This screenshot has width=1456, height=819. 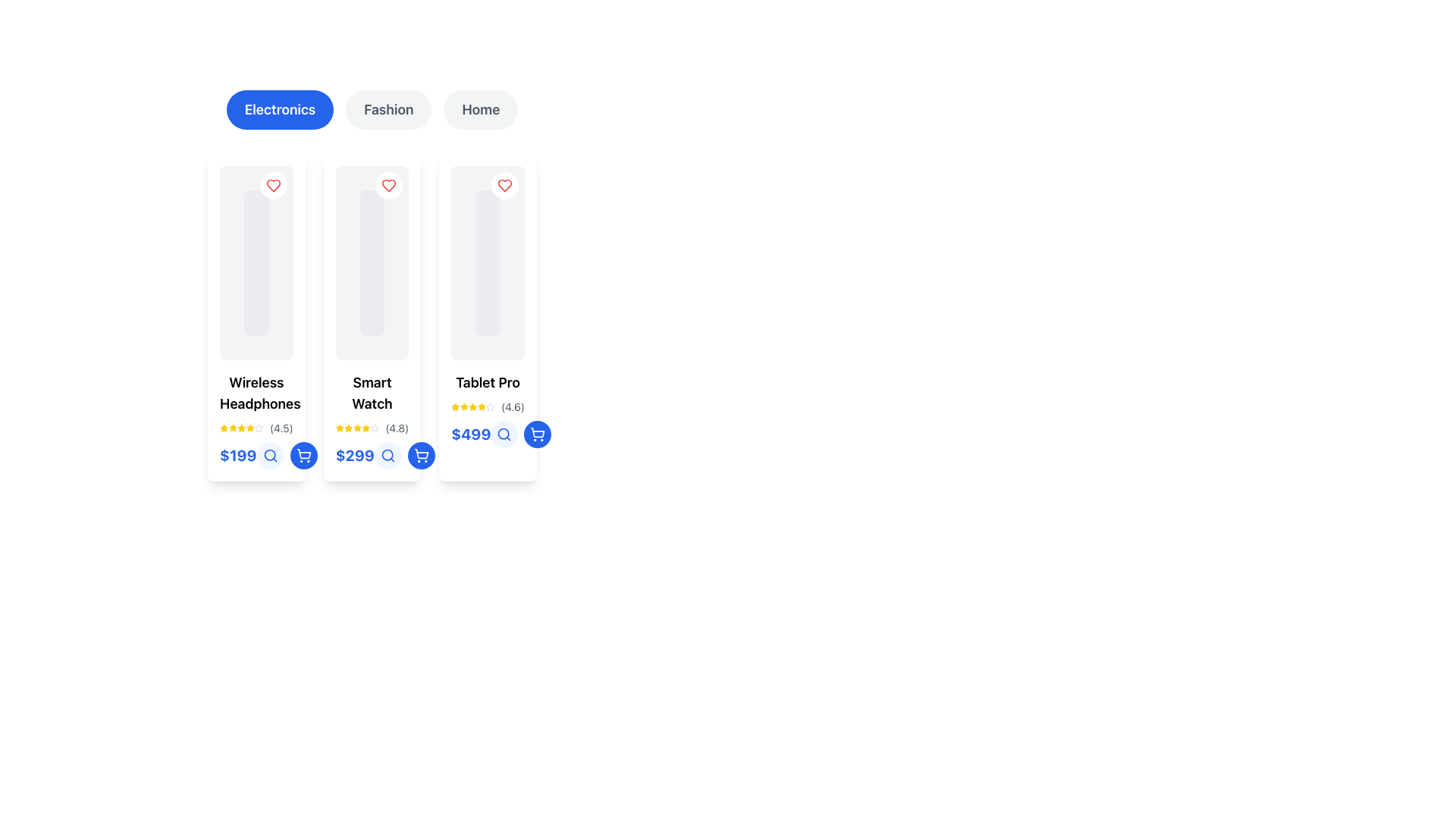 I want to click on the star icon representing the rating in the third product card (Tablet Pro), so click(x=455, y=406).